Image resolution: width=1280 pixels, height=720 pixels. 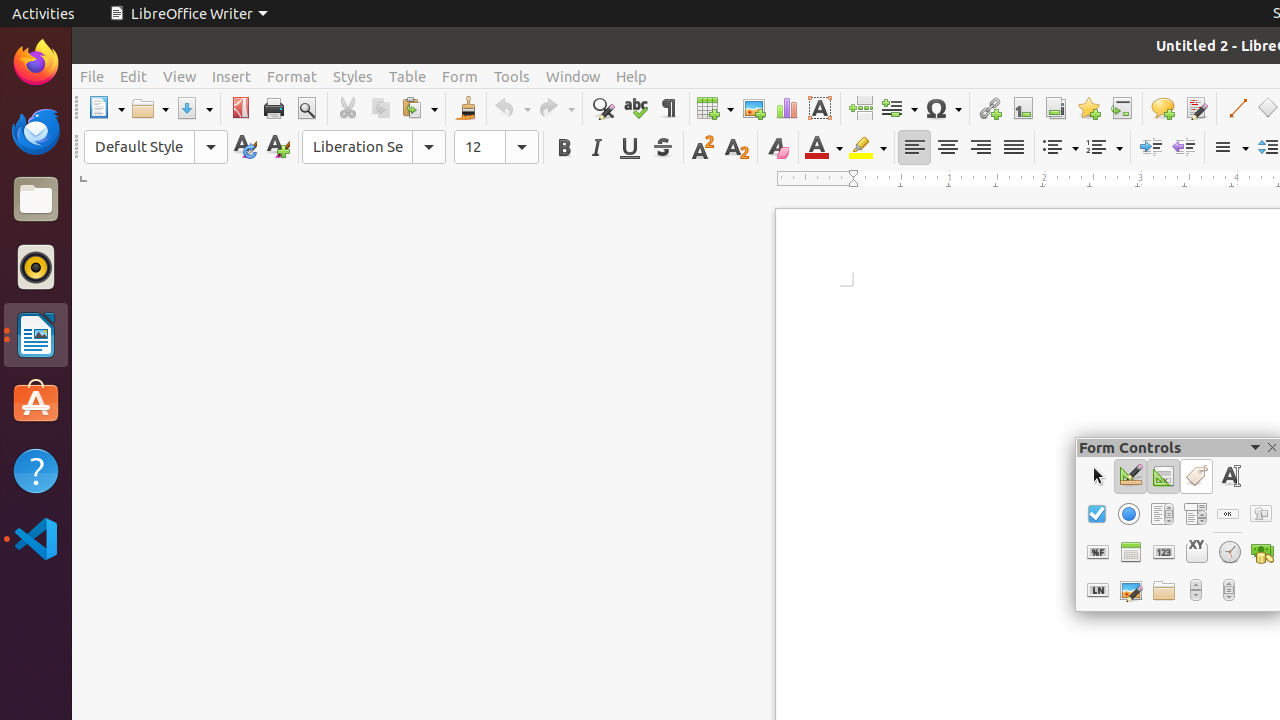 I want to click on 'Text Box', so click(x=1228, y=476).